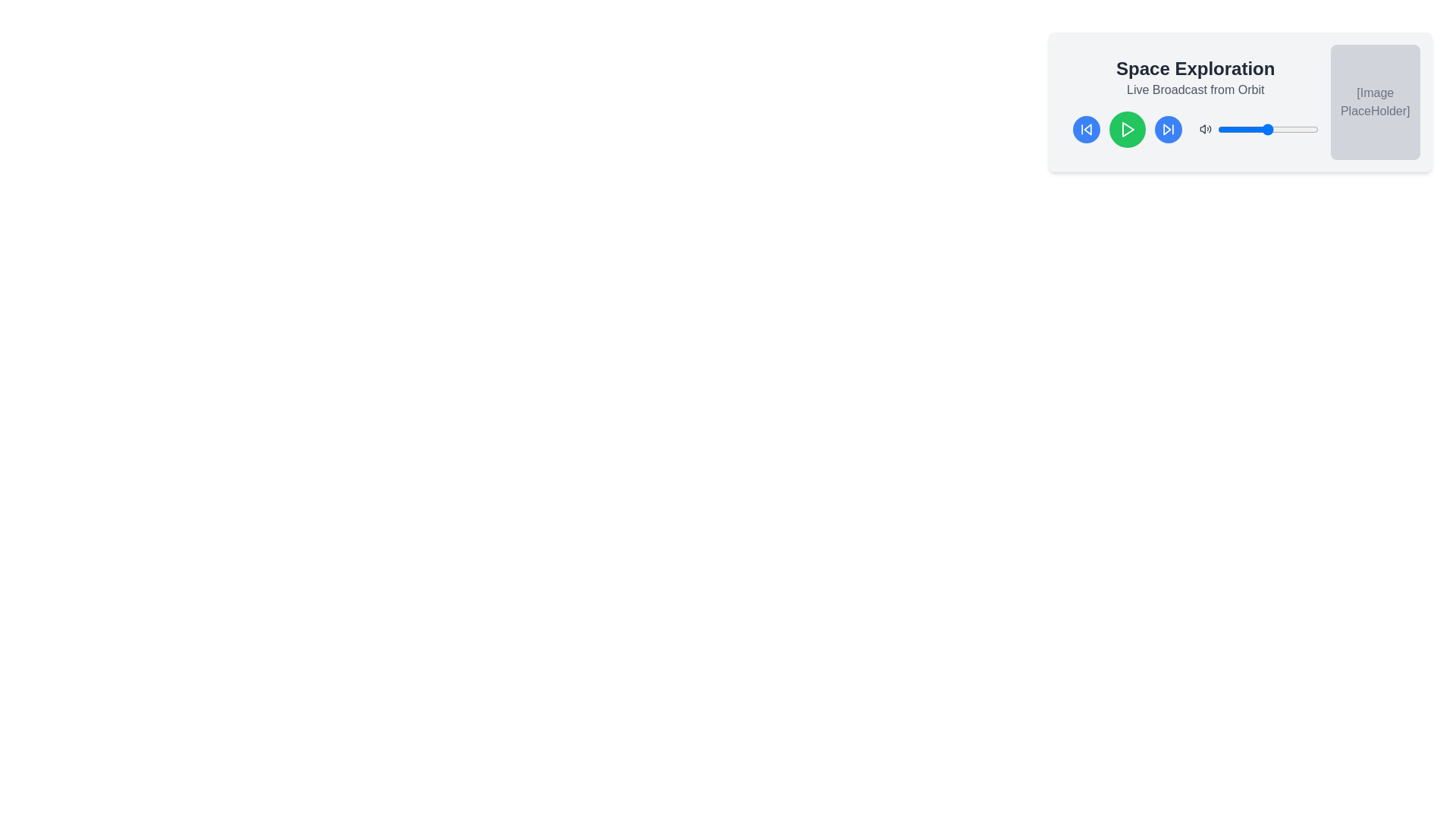 This screenshot has width=1456, height=819. What do you see at coordinates (1282, 128) in the screenshot?
I see `slider value` at bounding box center [1282, 128].